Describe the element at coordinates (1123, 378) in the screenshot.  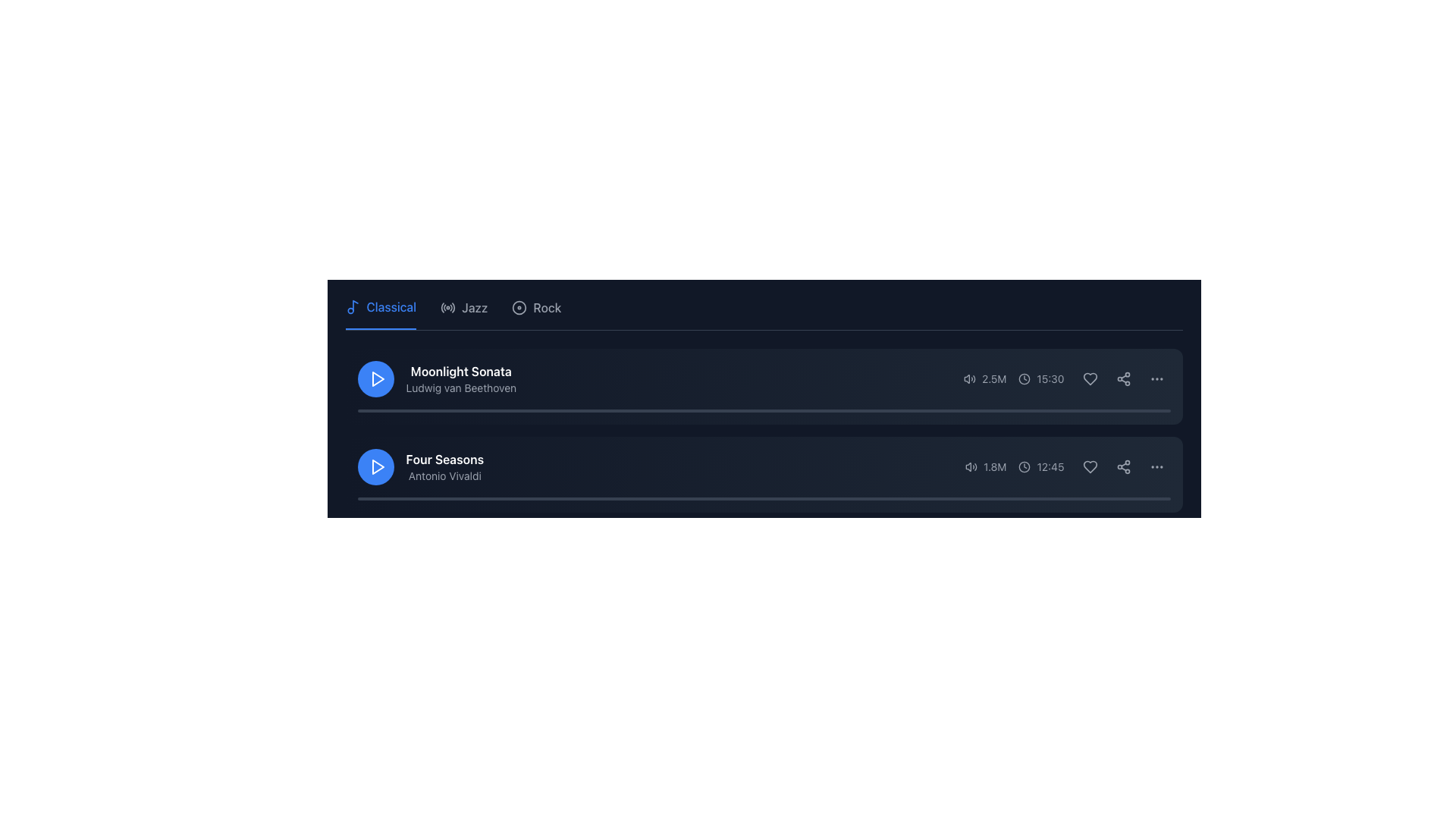
I see `the share icon button, which resembles a triangular arrangement with three nodes, located at the end of the actions row for the 'Moonlight Sonata' music item` at that location.